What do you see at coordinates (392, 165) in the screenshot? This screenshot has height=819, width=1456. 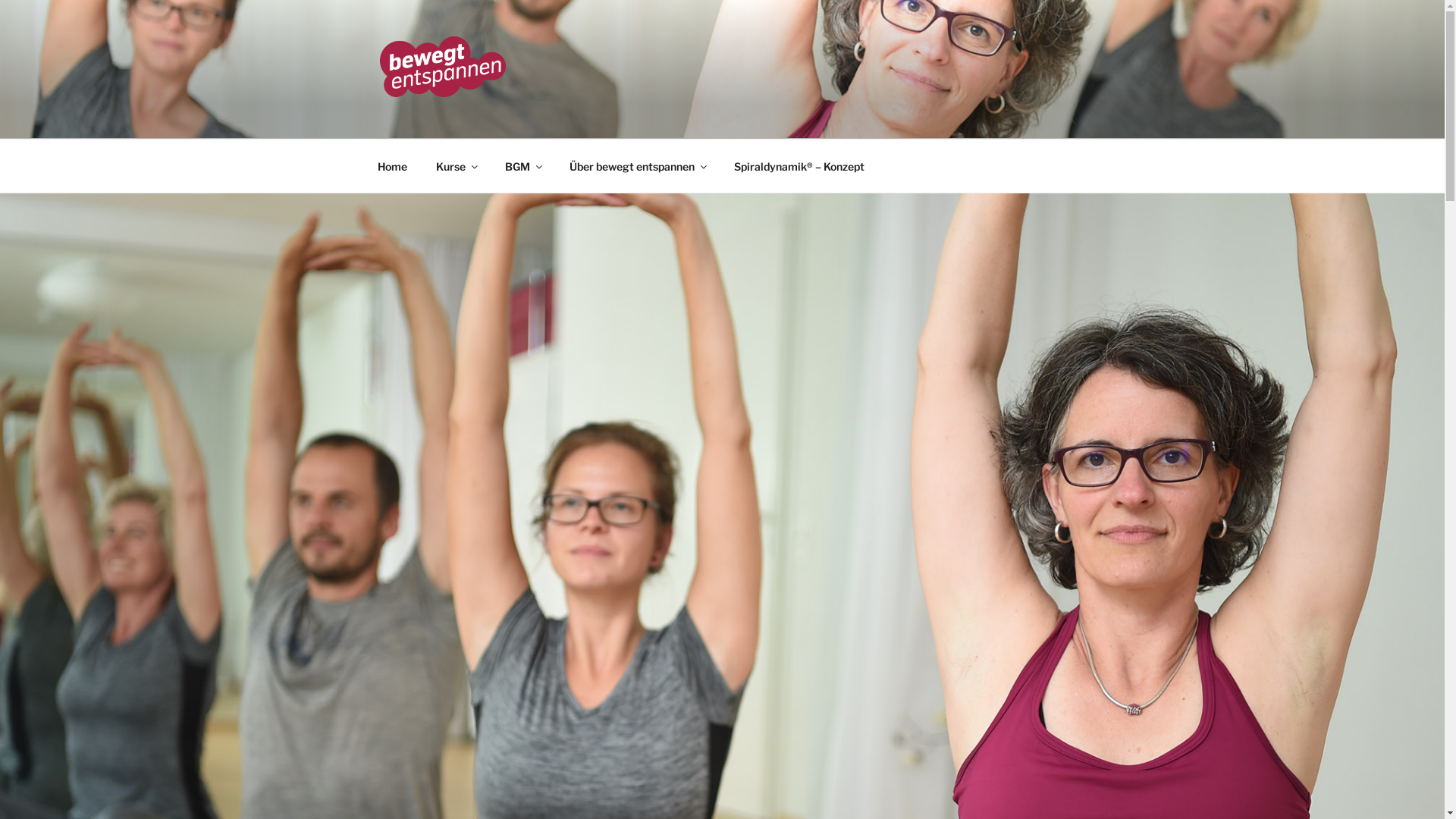 I see `'Home'` at bounding box center [392, 165].